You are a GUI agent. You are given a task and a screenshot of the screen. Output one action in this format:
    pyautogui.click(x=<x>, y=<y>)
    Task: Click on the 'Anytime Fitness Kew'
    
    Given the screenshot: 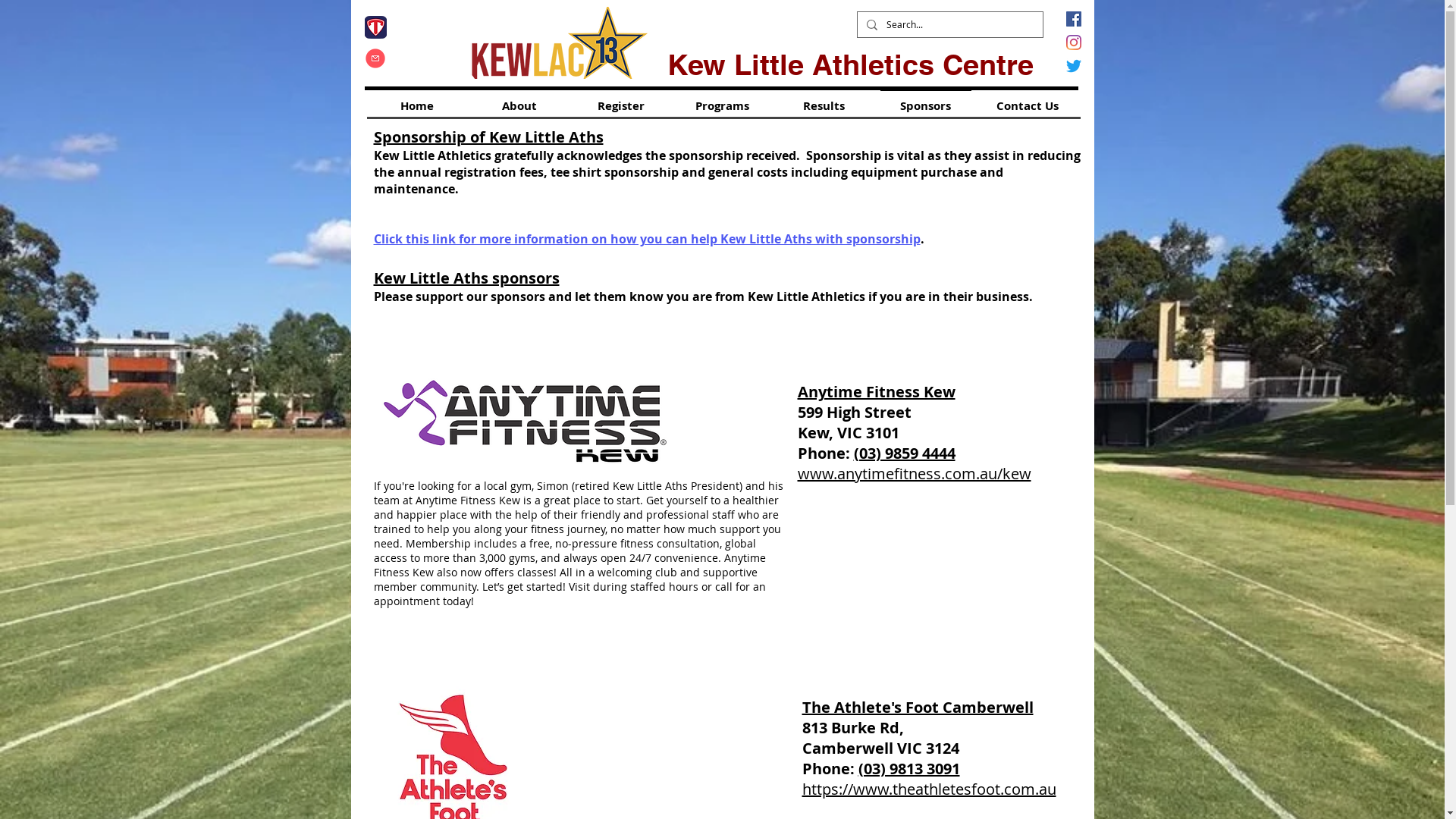 What is the action you would take?
    pyautogui.click(x=877, y=391)
    